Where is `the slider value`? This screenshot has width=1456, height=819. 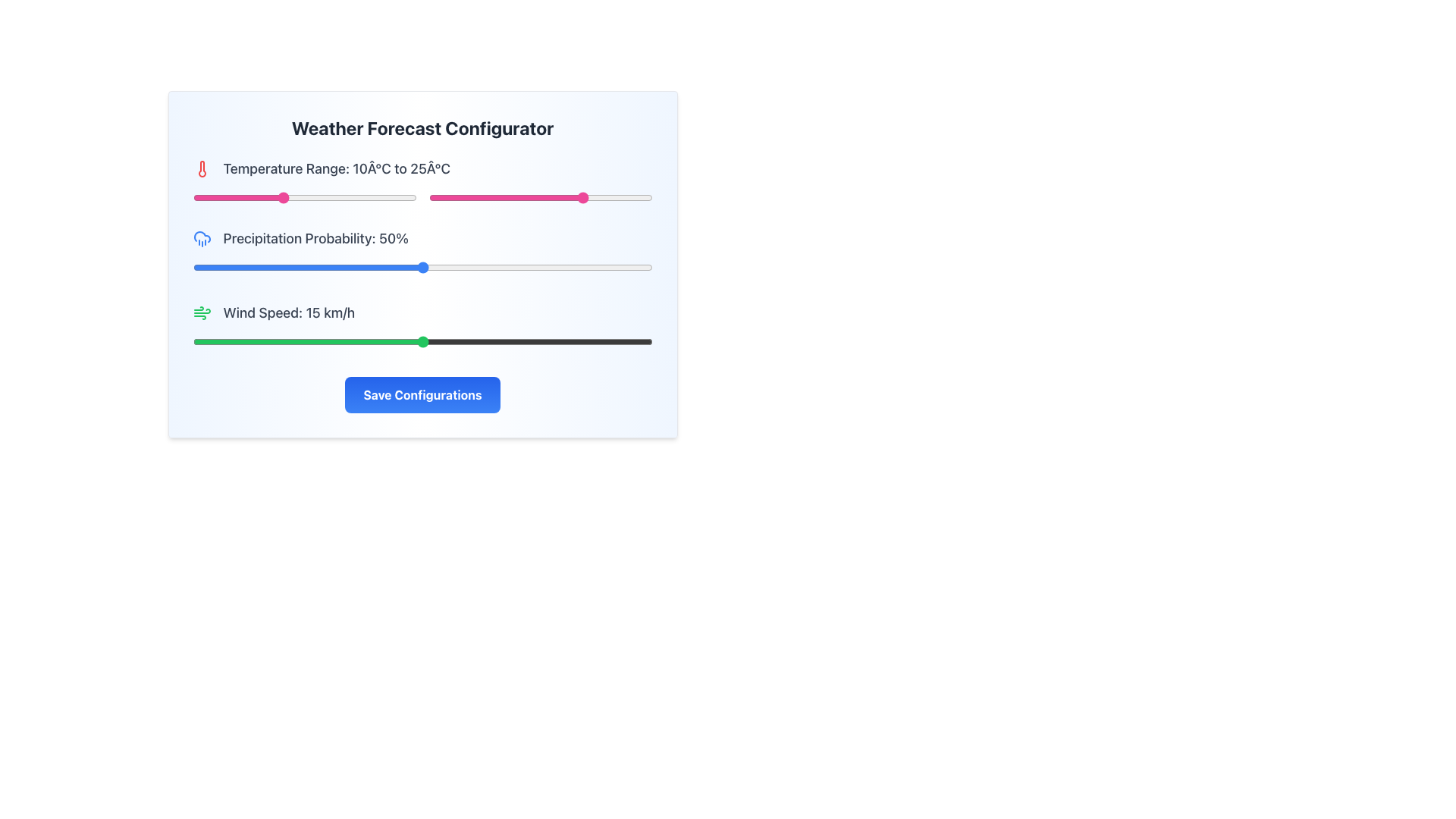
the slider value is located at coordinates (273, 197).